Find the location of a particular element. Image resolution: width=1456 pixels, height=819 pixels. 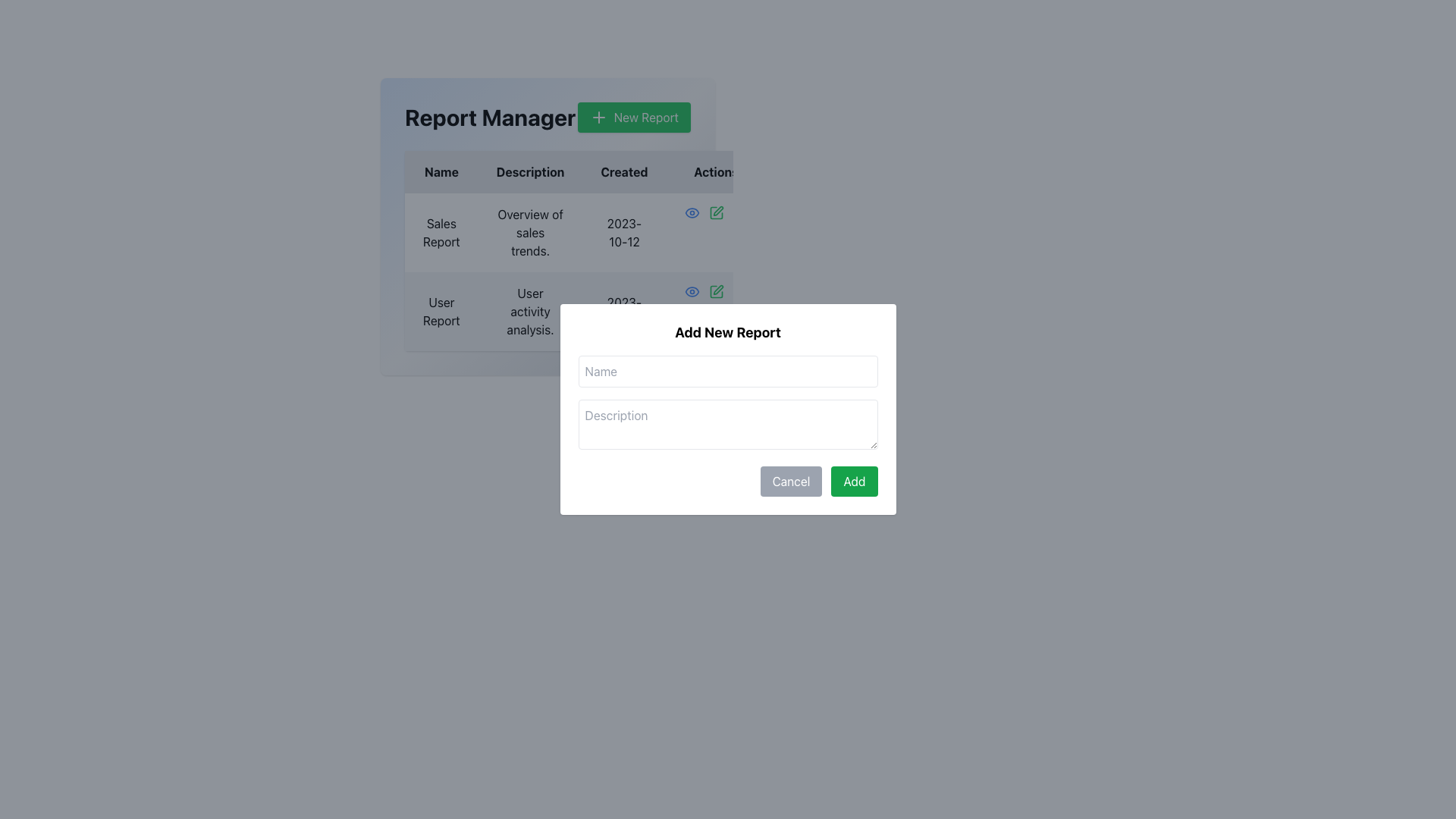

the first Icon button in the 'Actions' column of the 'Report Manager' interface is located at coordinates (691, 292).